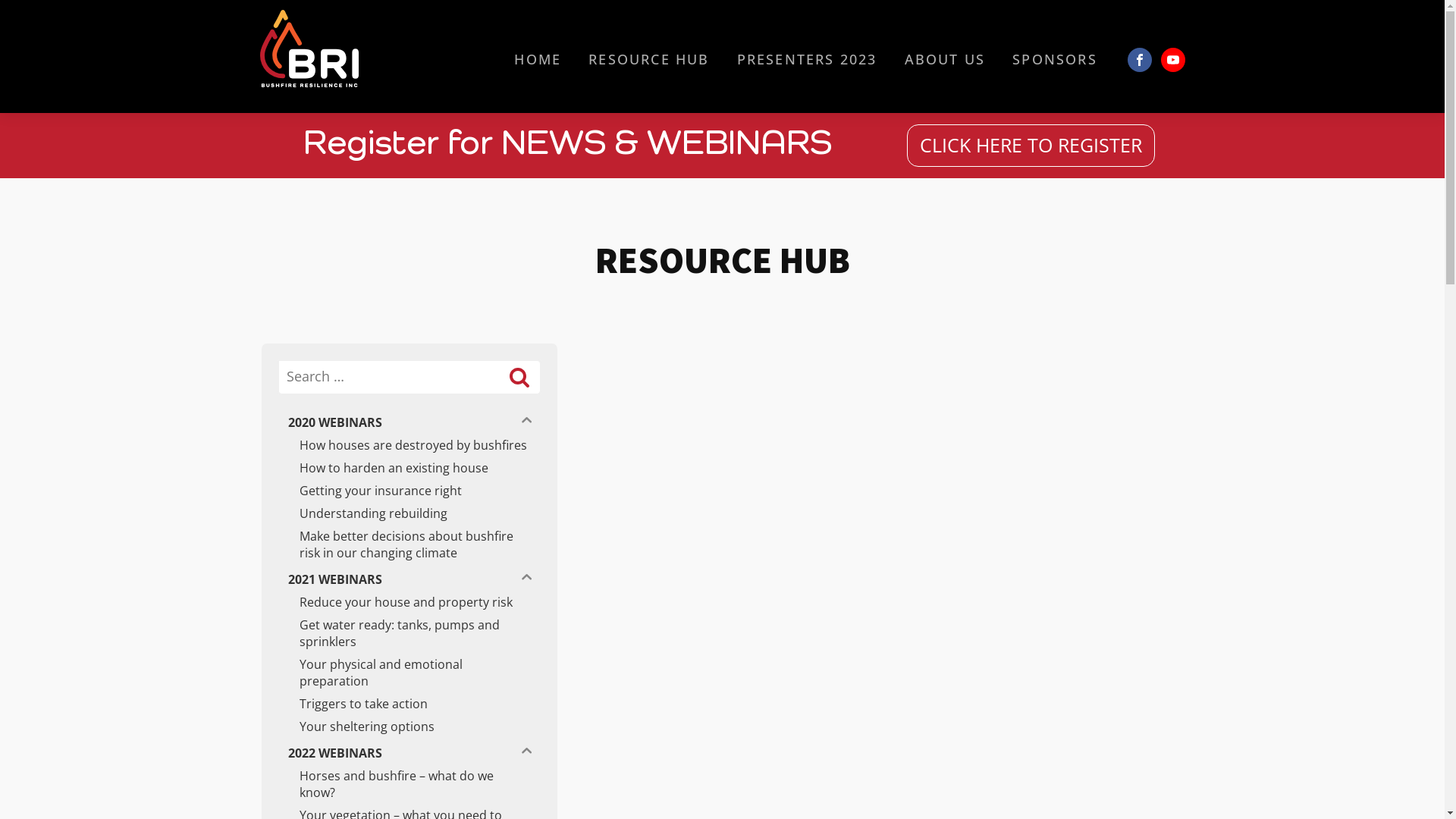 The image size is (1456, 819). I want to click on 'How houses are destroyed by bushfires', so click(408, 444).